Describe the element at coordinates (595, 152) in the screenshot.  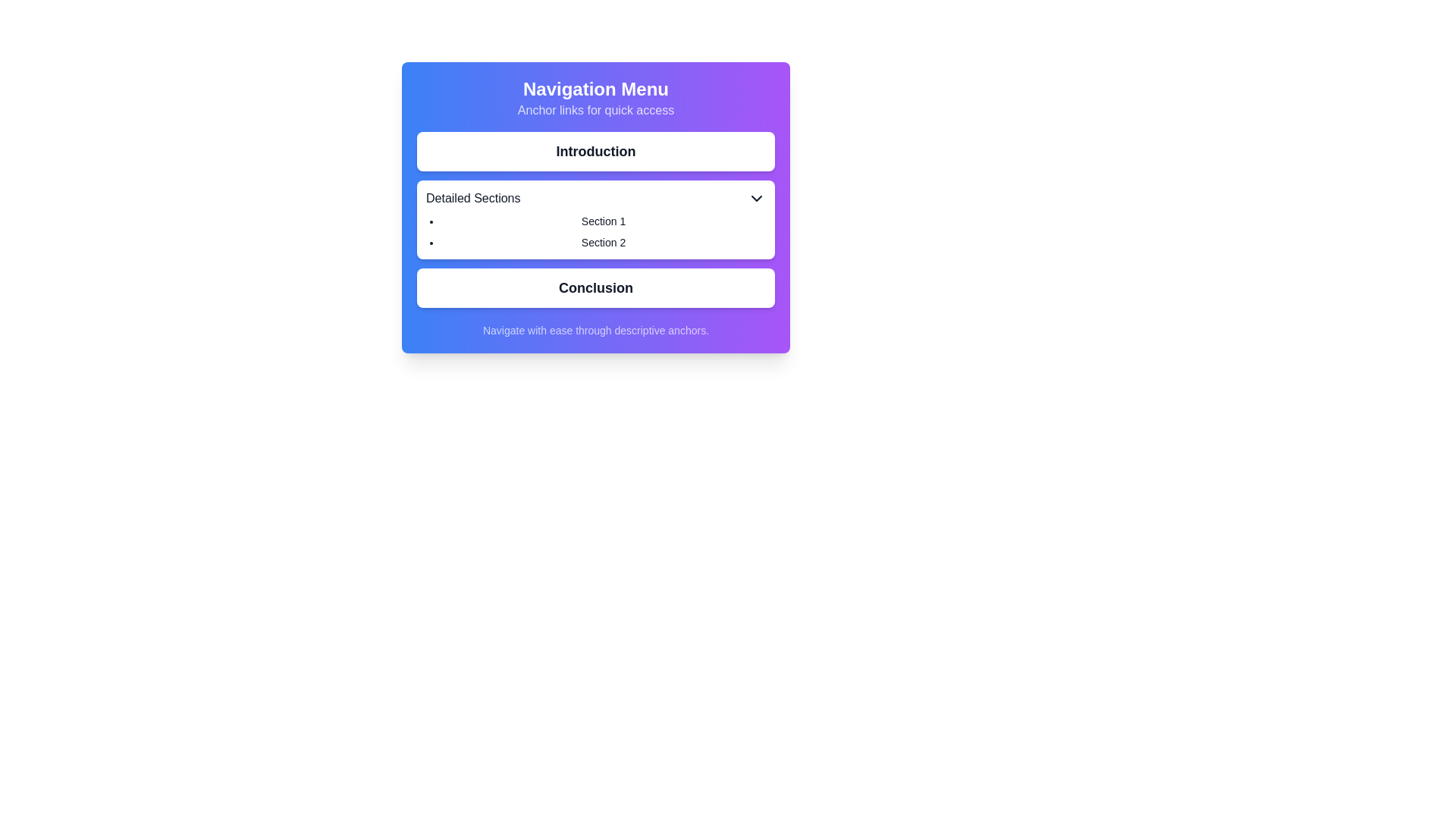
I see `the bolded 'Introduction' hyperlink in the Navigation Menu` at that location.